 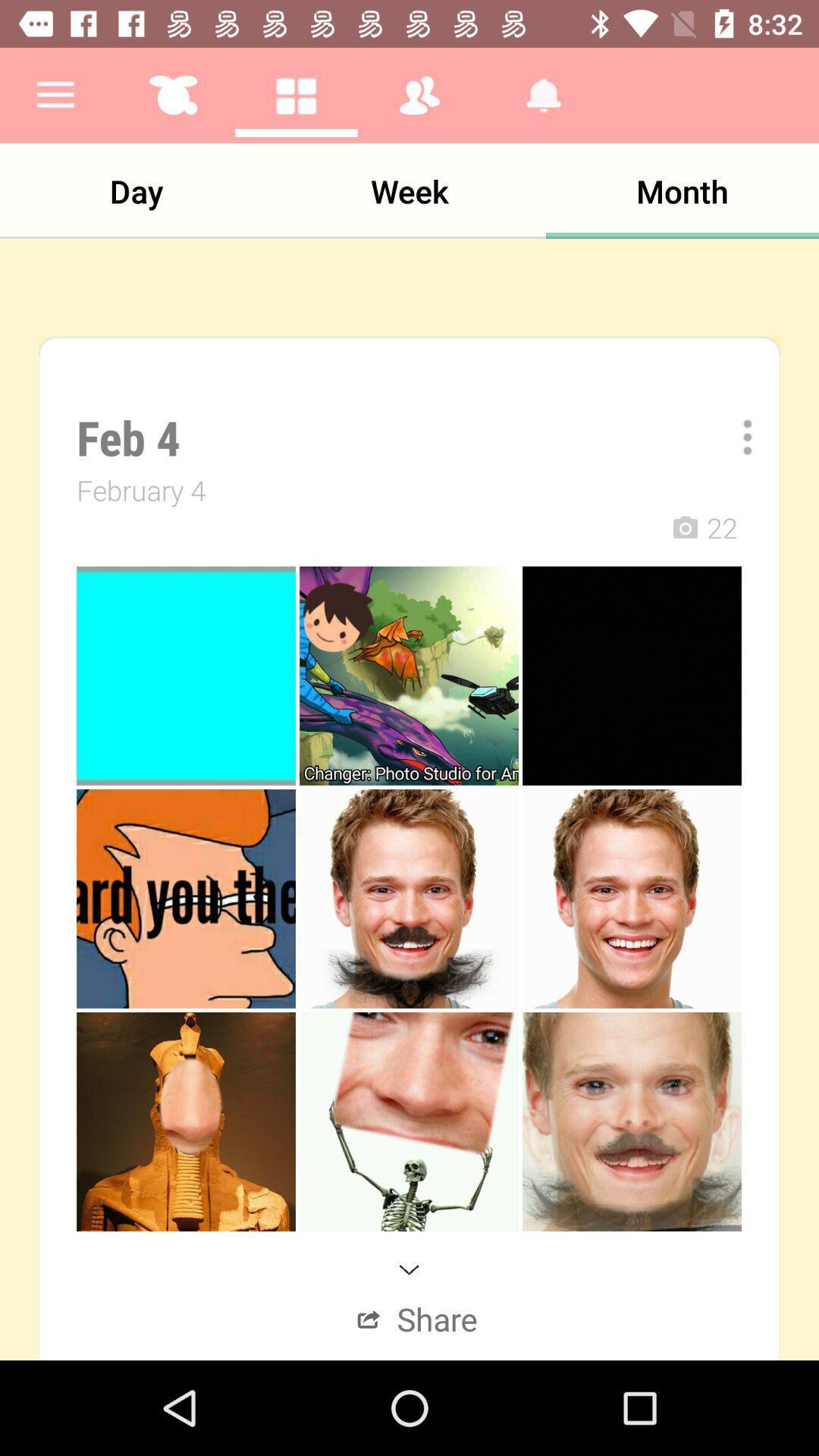 I want to click on the item to the left of week app, so click(x=136, y=190).